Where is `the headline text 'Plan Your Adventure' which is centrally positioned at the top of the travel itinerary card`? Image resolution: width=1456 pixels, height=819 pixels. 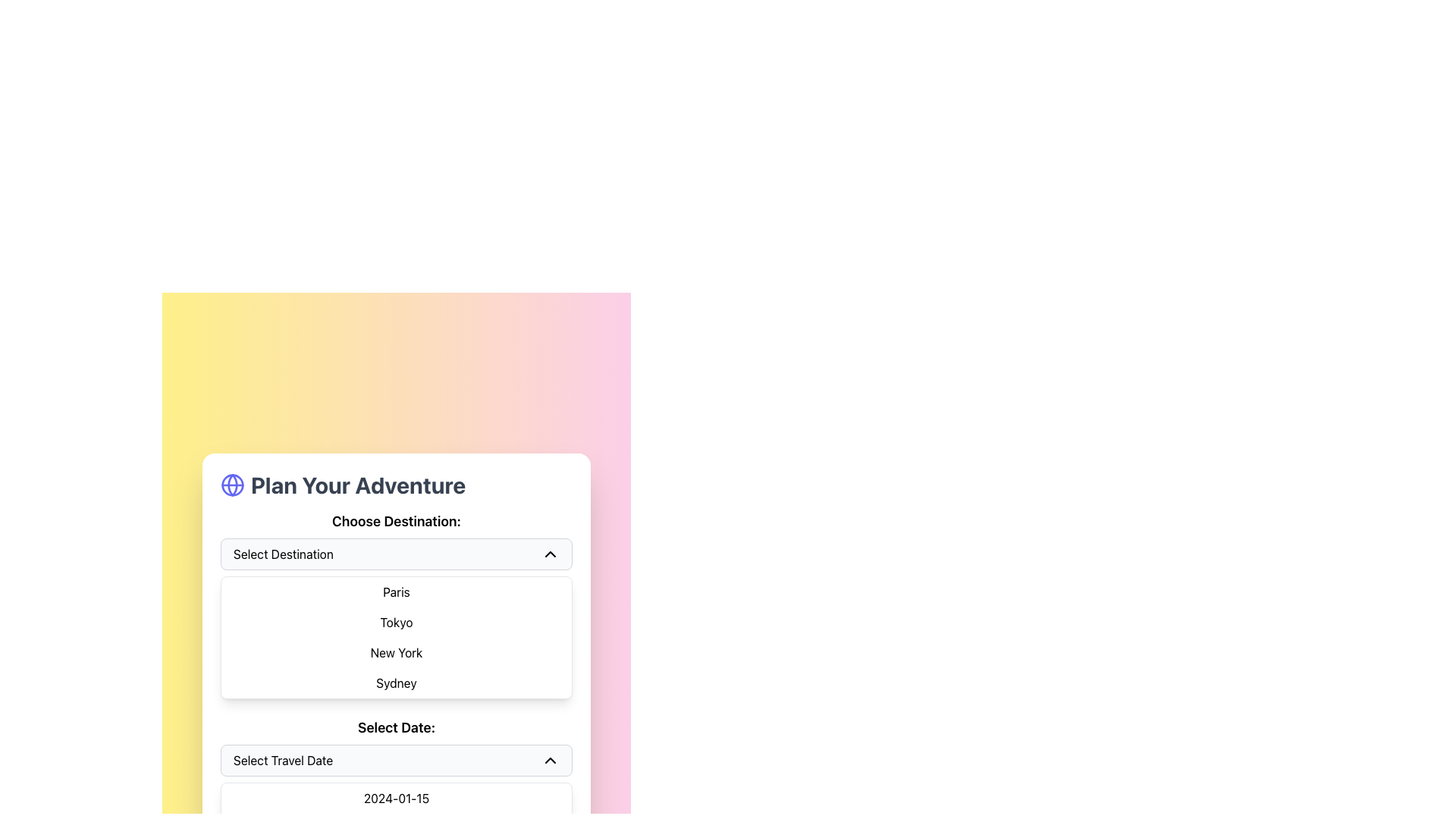 the headline text 'Plan Your Adventure' which is centrally positioned at the top of the travel itinerary card is located at coordinates (397, 485).